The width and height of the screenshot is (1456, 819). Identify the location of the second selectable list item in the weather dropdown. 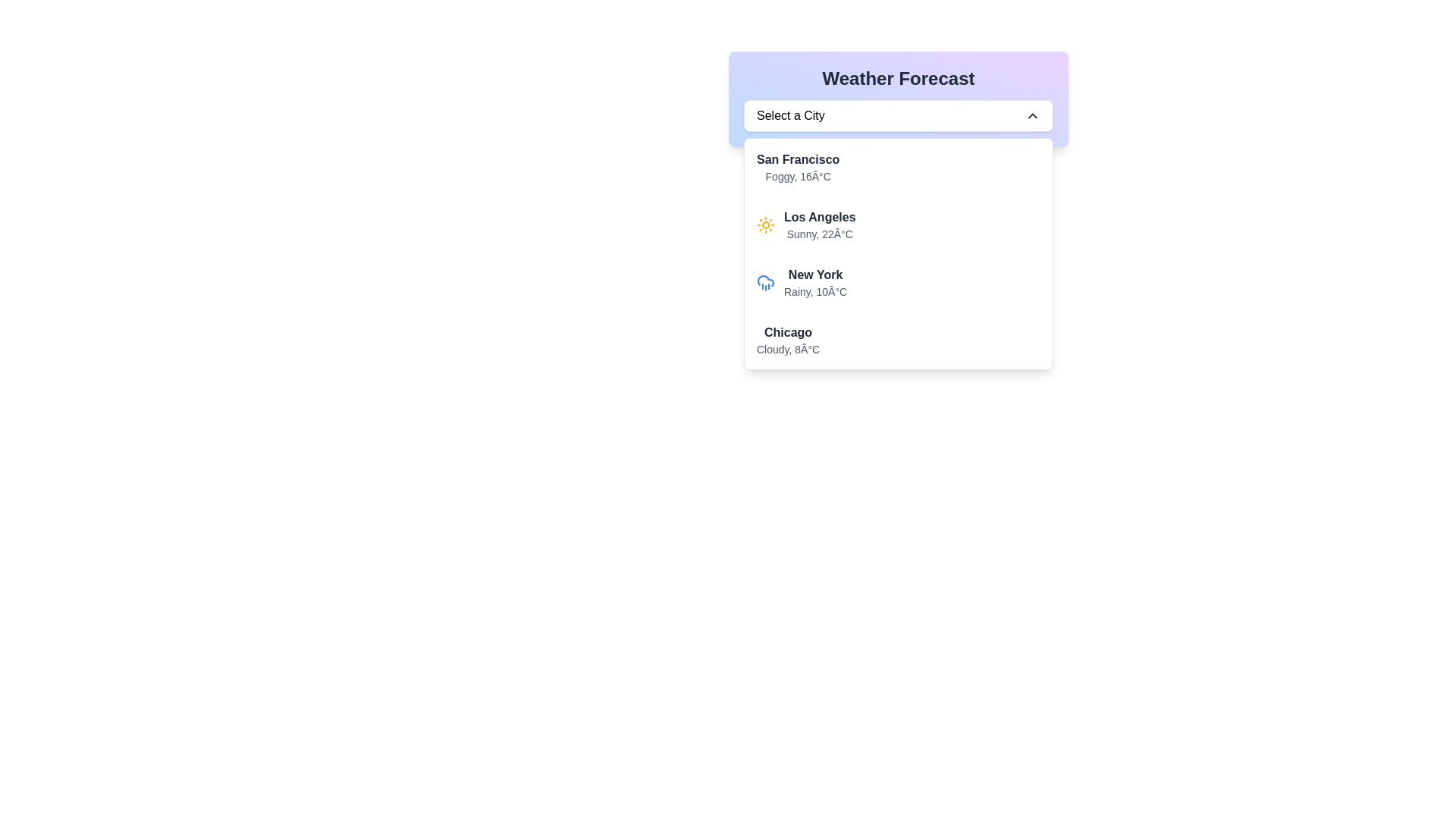
(899, 225).